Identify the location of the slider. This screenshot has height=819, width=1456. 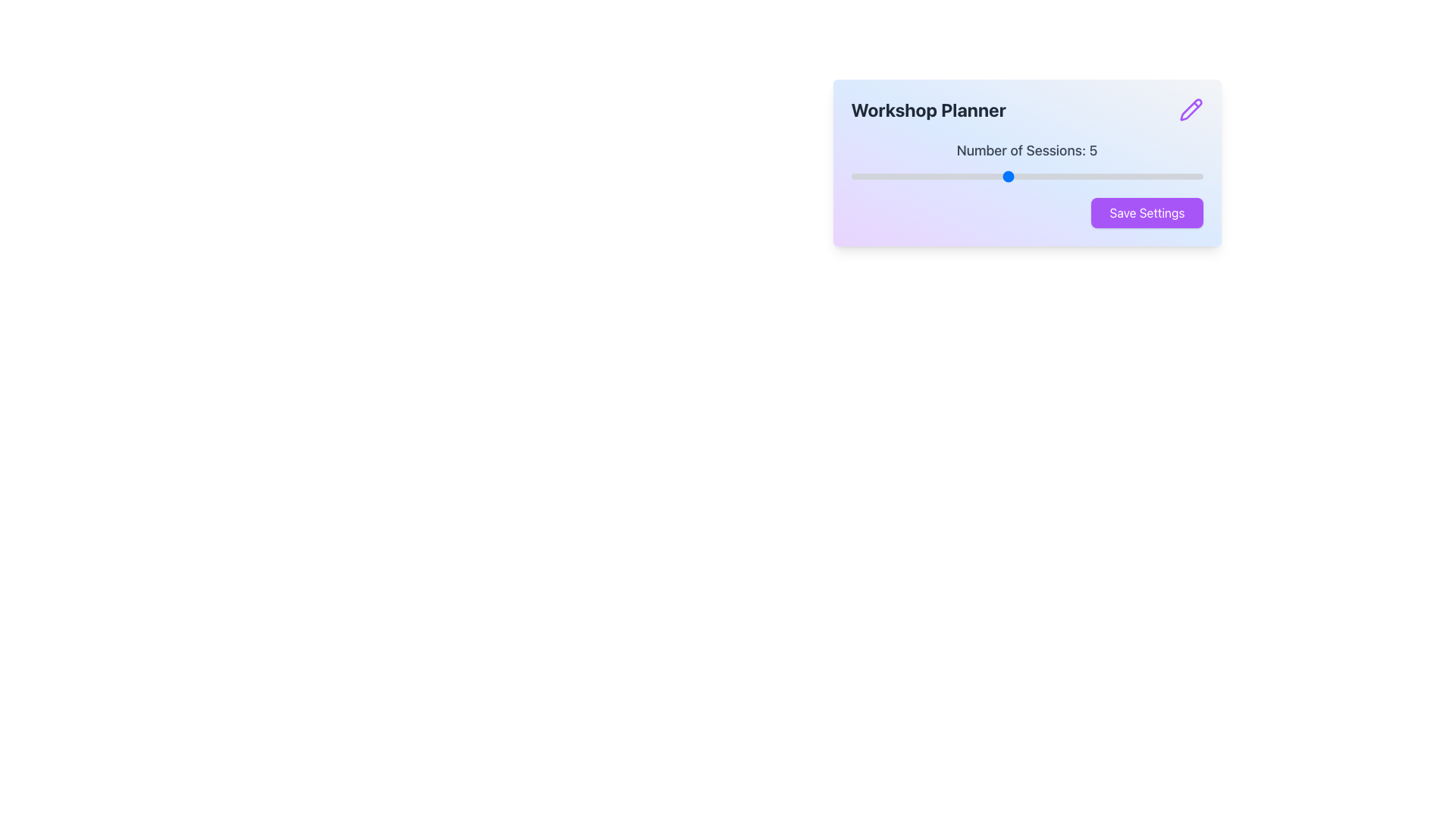
(1084, 175).